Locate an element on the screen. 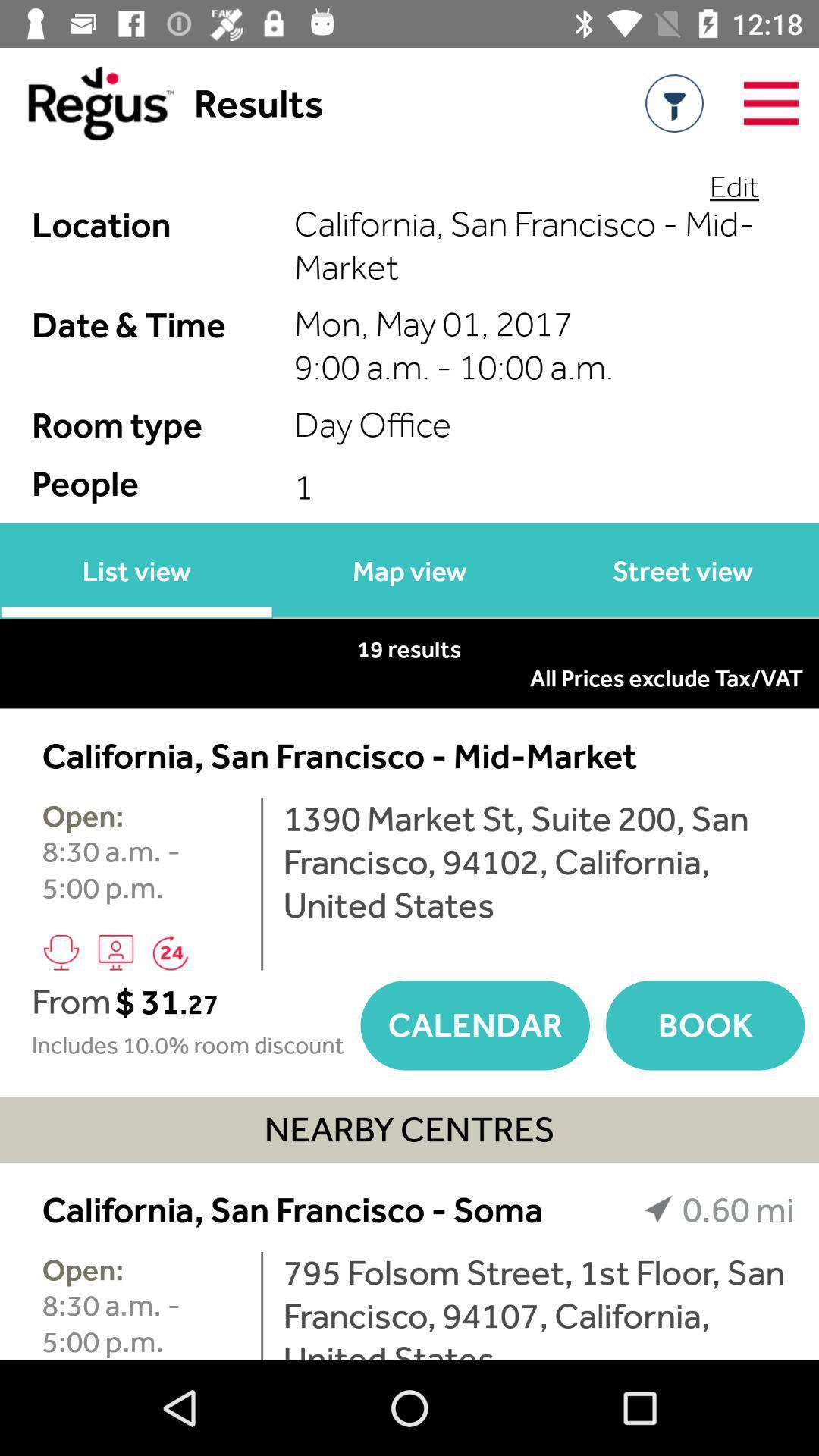 The height and width of the screenshot is (1456, 819). the item below the 1390 market st is located at coordinates (704, 1025).